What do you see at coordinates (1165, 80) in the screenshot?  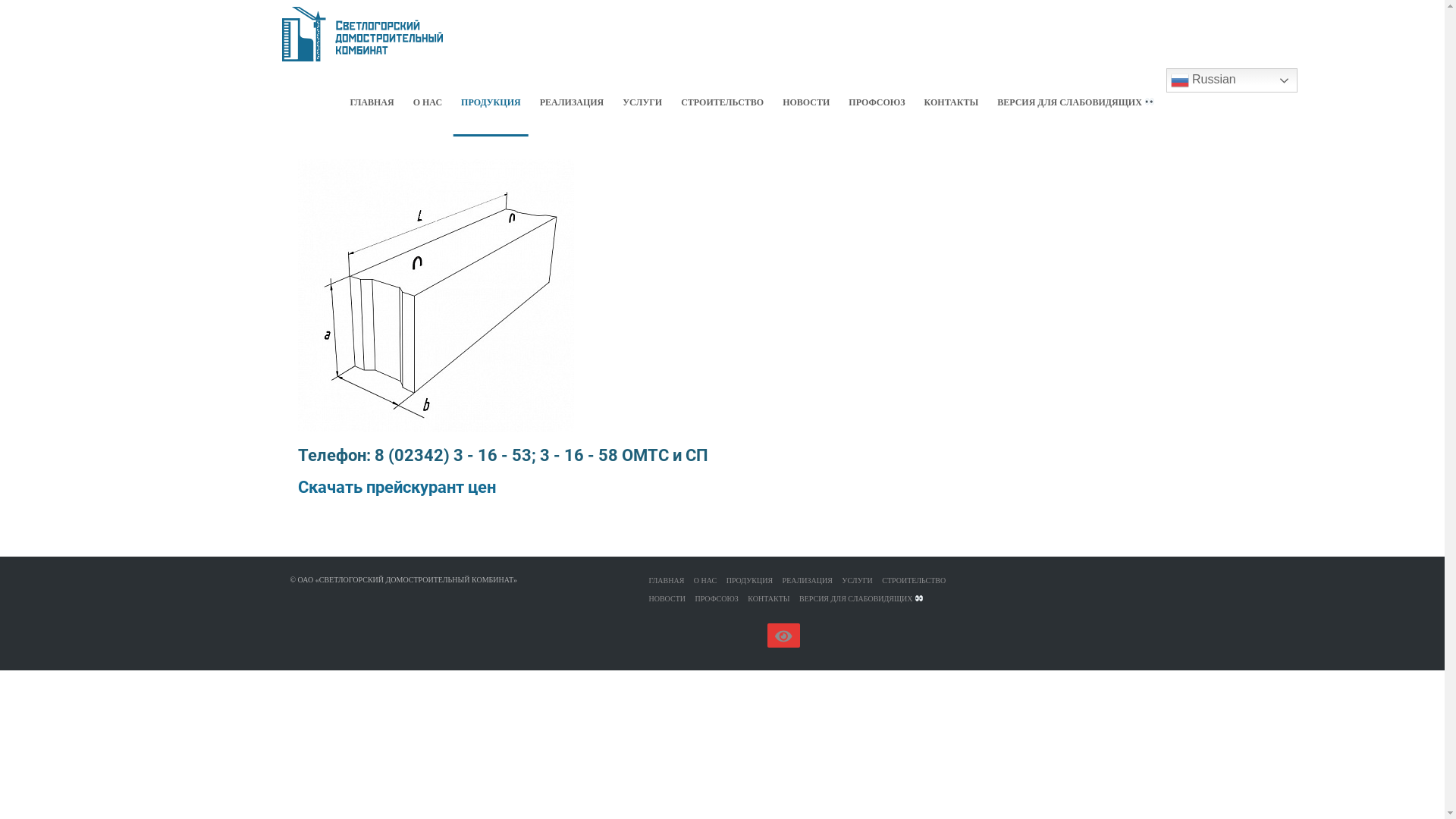 I see `'Russian'` at bounding box center [1165, 80].